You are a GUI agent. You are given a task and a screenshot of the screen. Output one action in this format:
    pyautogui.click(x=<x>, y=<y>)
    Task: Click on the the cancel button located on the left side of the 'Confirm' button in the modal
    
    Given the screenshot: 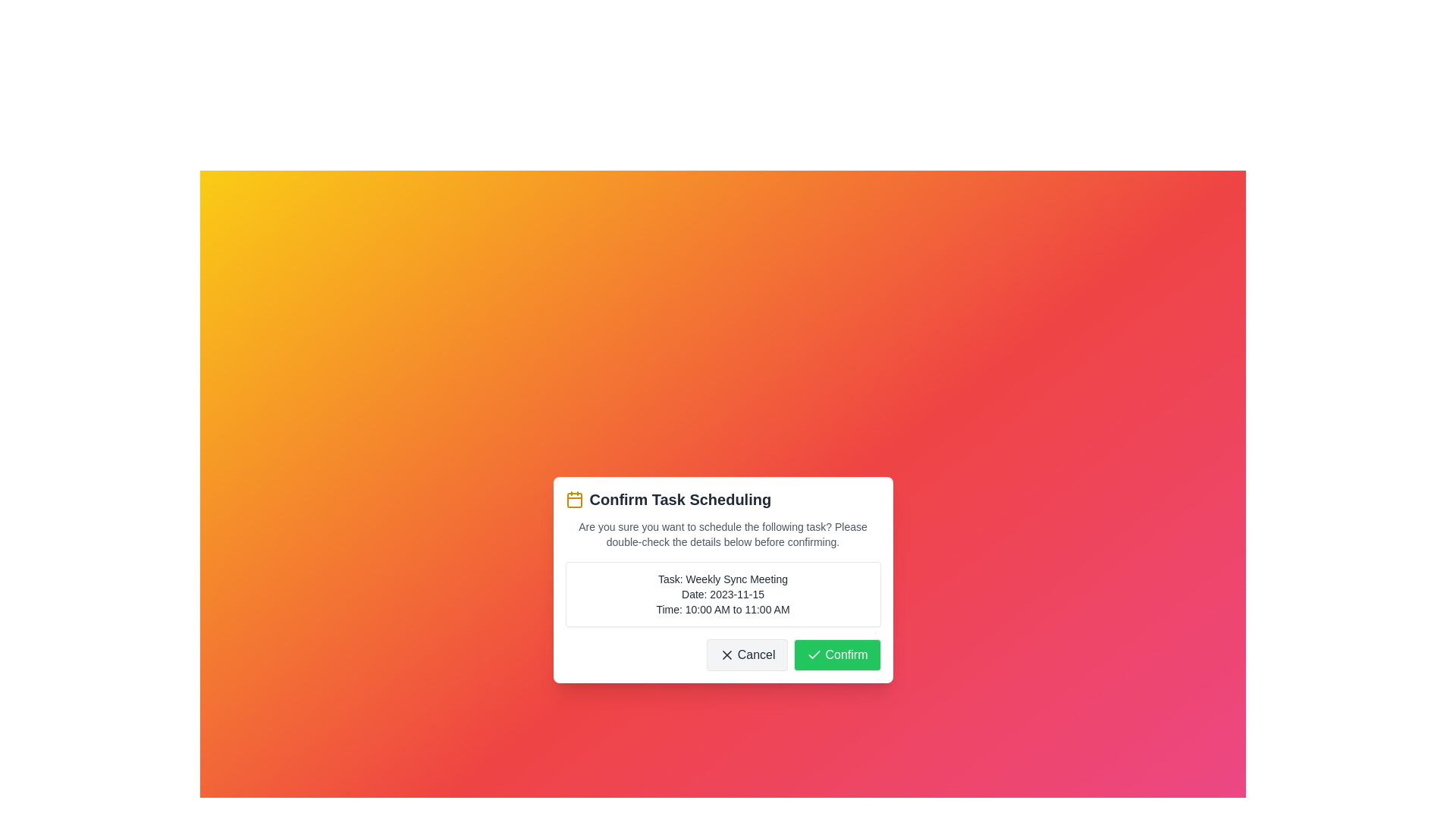 What is the action you would take?
    pyautogui.click(x=747, y=654)
    